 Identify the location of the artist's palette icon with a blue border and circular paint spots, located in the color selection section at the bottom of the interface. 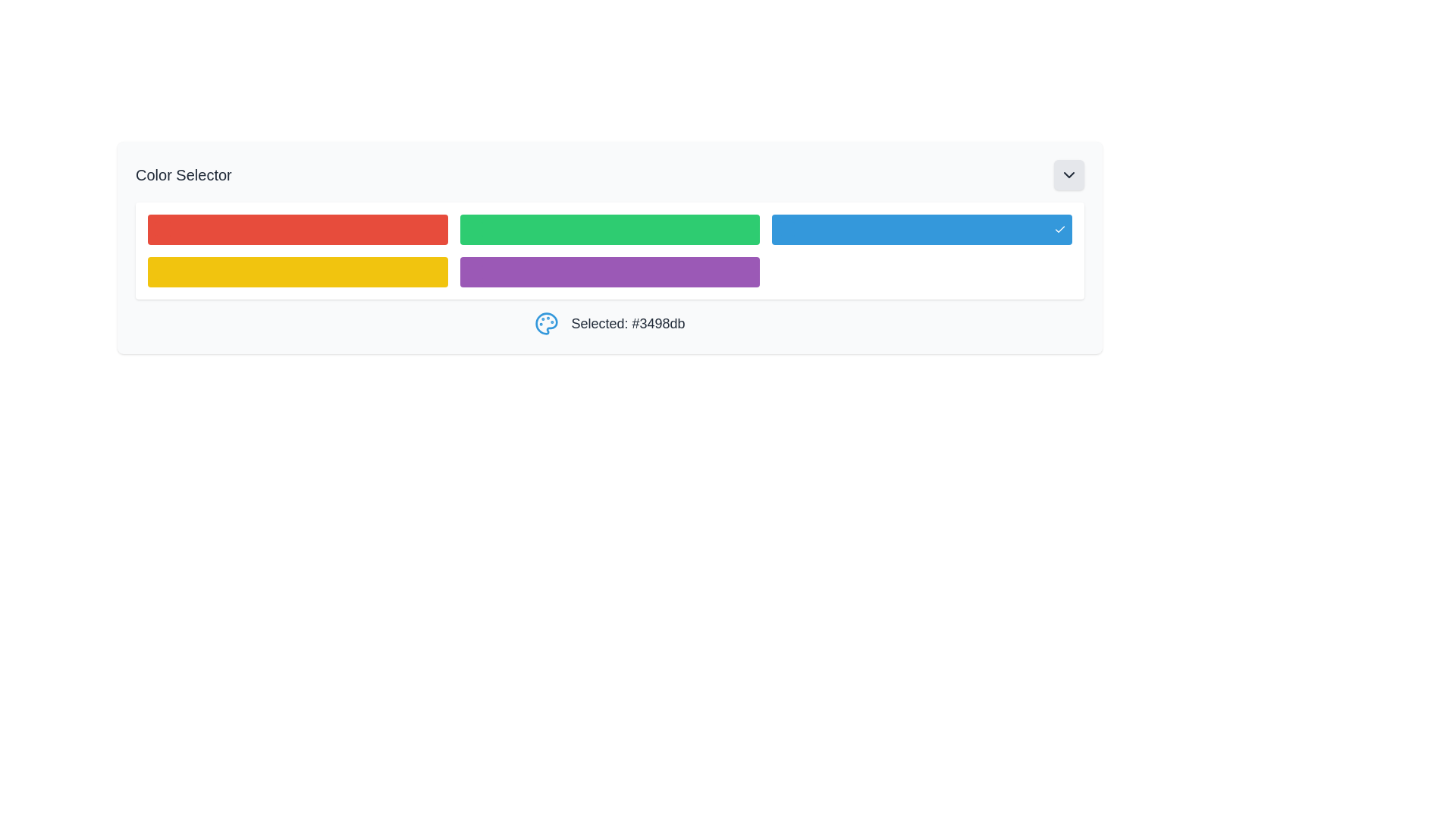
(546, 323).